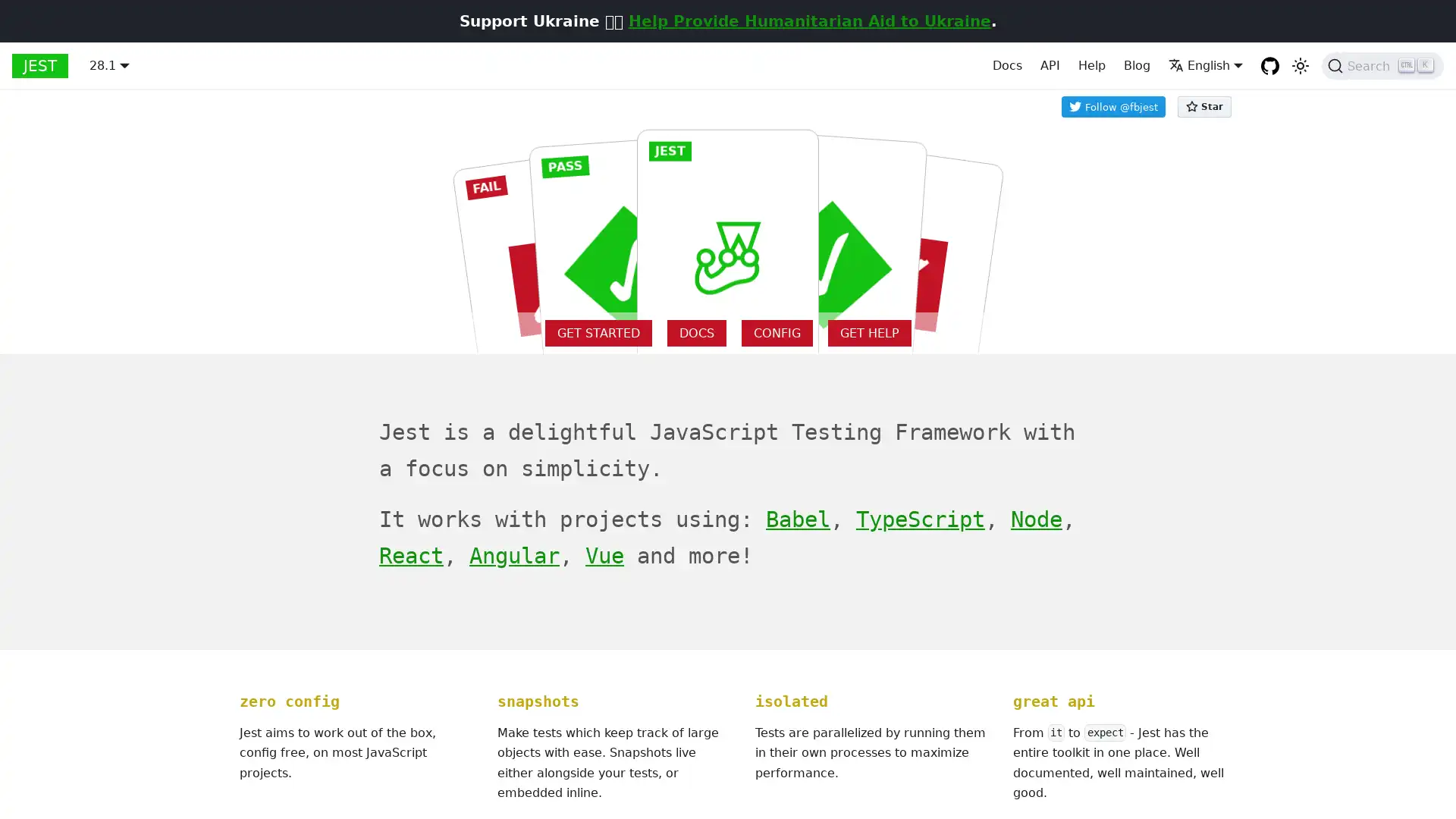  Describe the element at coordinates (1382, 65) in the screenshot. I see `Search` at that location.